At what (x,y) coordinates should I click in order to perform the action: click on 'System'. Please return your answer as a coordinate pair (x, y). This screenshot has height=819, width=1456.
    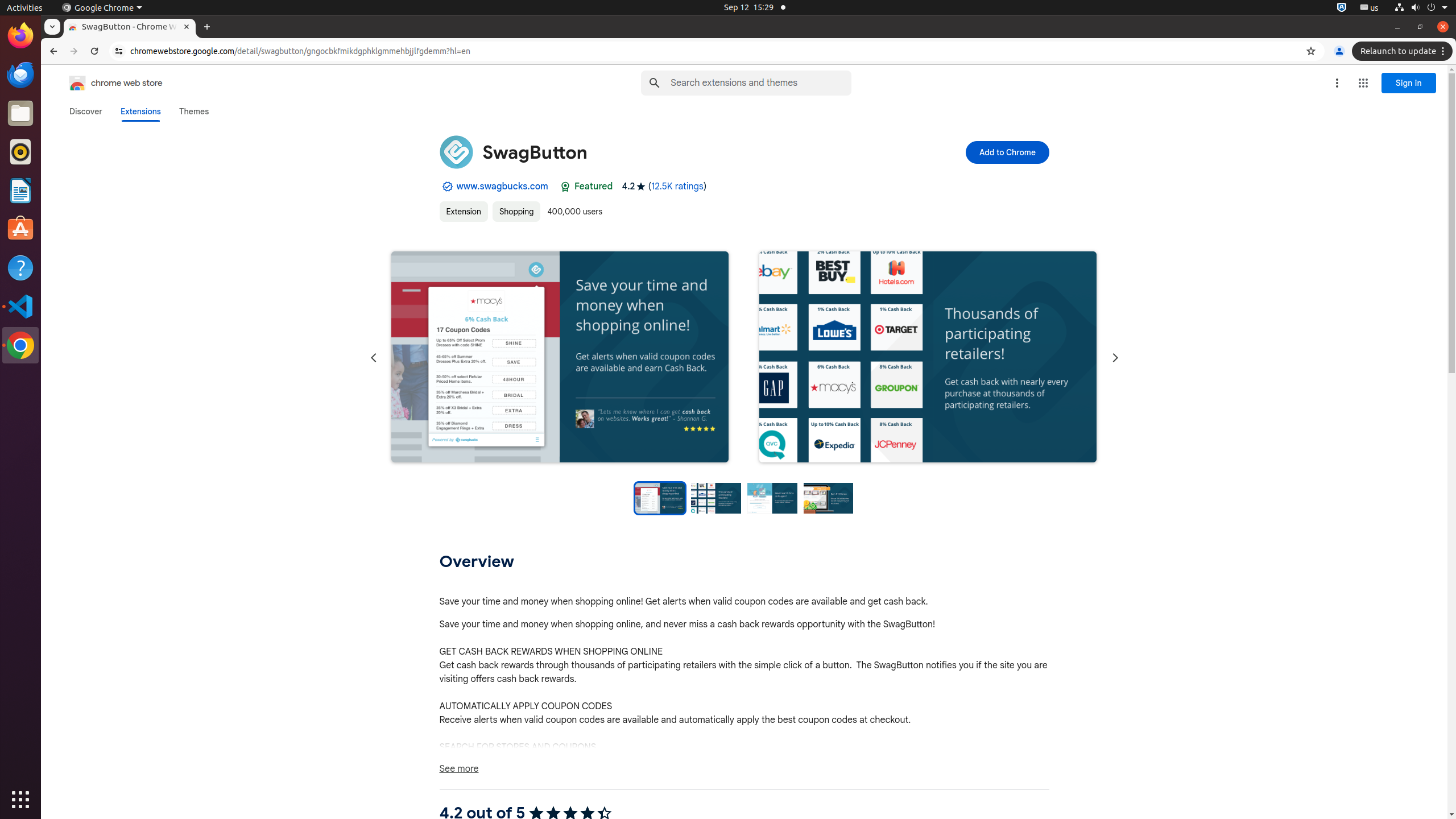
    Looking at the image, I should click on (1421, 7).